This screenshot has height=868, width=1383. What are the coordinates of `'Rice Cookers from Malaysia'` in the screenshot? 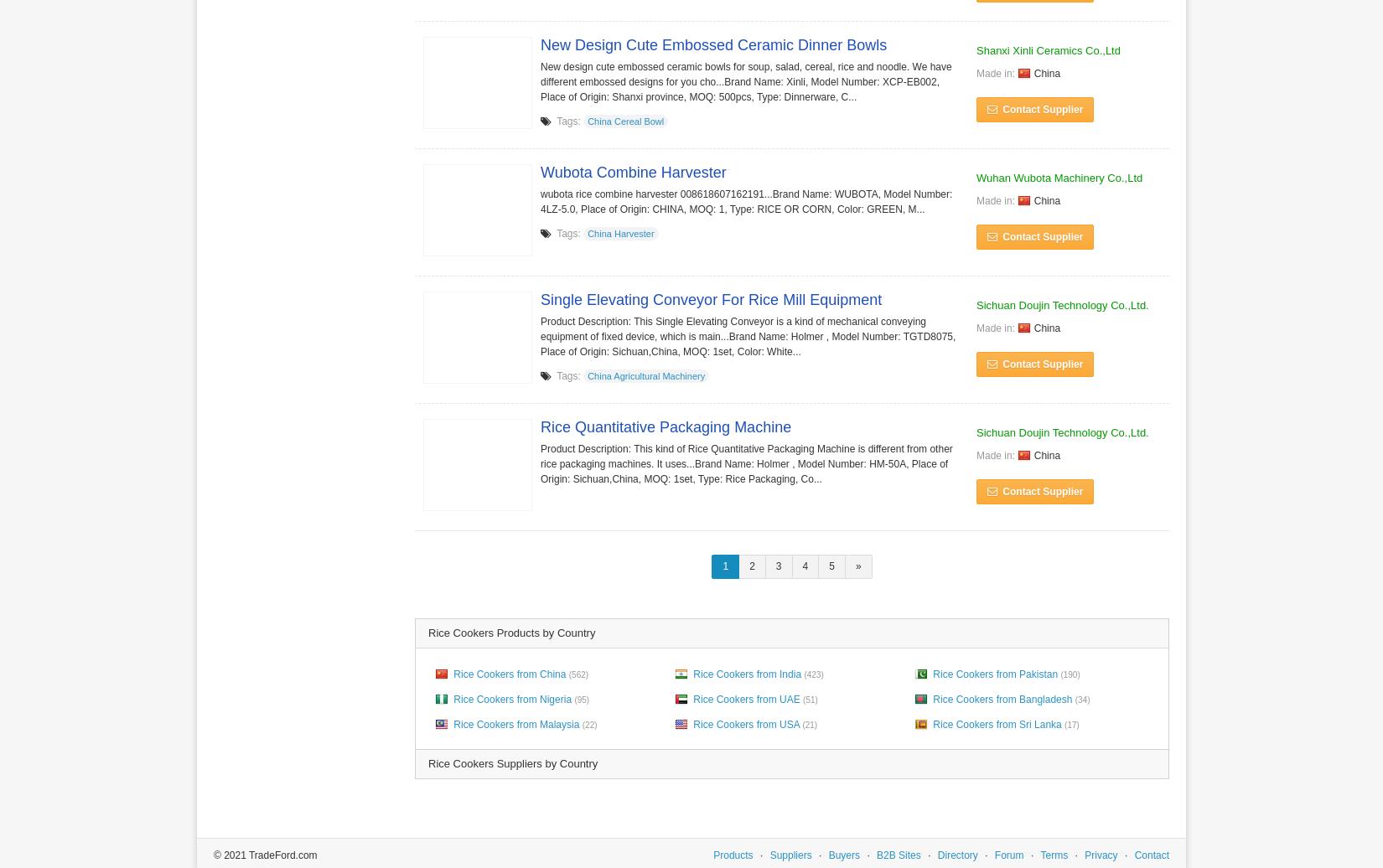 It's located at (515, 724).